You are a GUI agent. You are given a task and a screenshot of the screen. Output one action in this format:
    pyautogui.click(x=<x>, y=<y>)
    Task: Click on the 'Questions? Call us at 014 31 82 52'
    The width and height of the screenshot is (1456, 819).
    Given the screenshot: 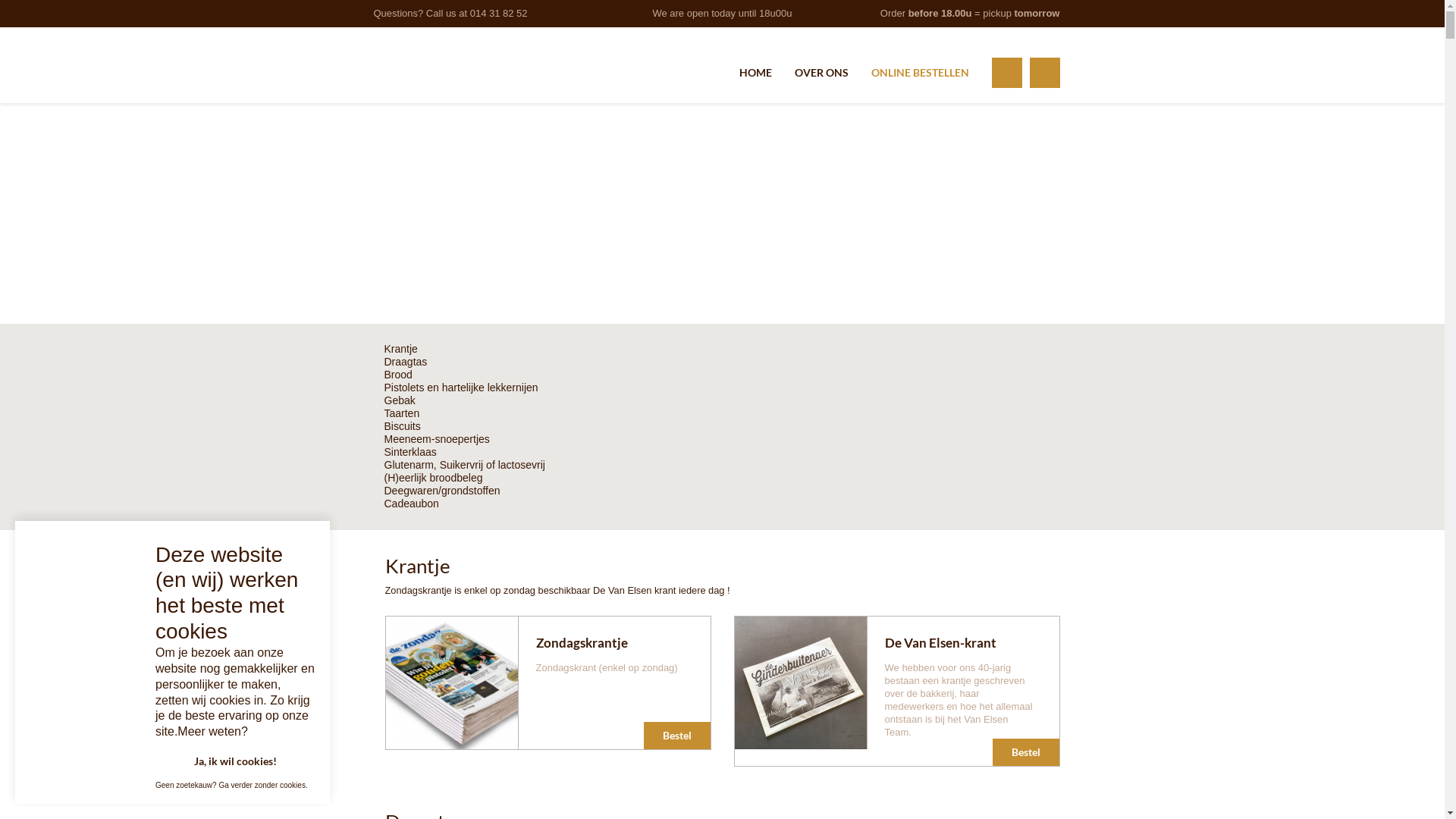 What is the action you would take?
    pyautogui.click(x=449, y=13)
    